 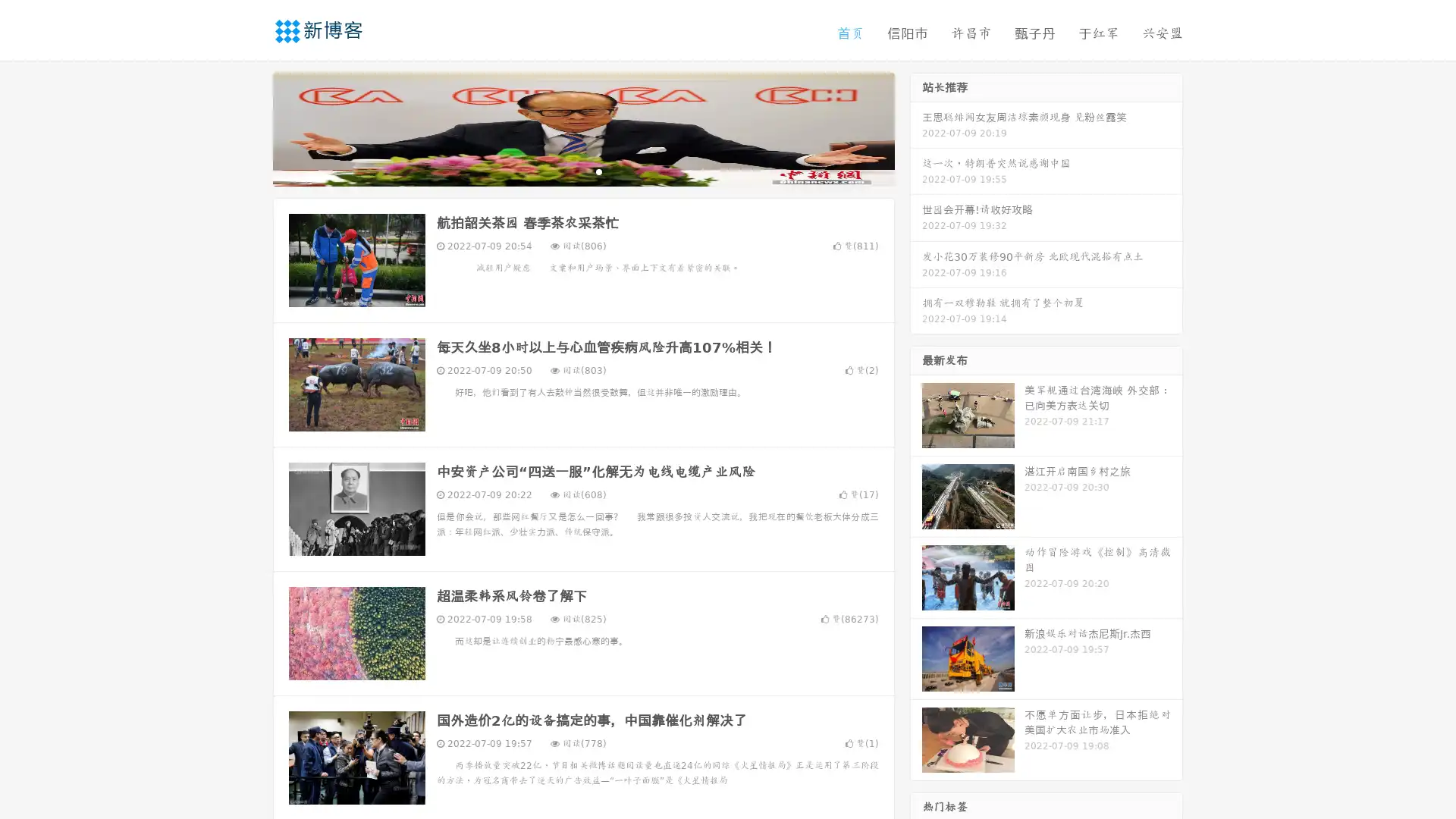 I want to click on Next slide, so click(x=916, y=127).